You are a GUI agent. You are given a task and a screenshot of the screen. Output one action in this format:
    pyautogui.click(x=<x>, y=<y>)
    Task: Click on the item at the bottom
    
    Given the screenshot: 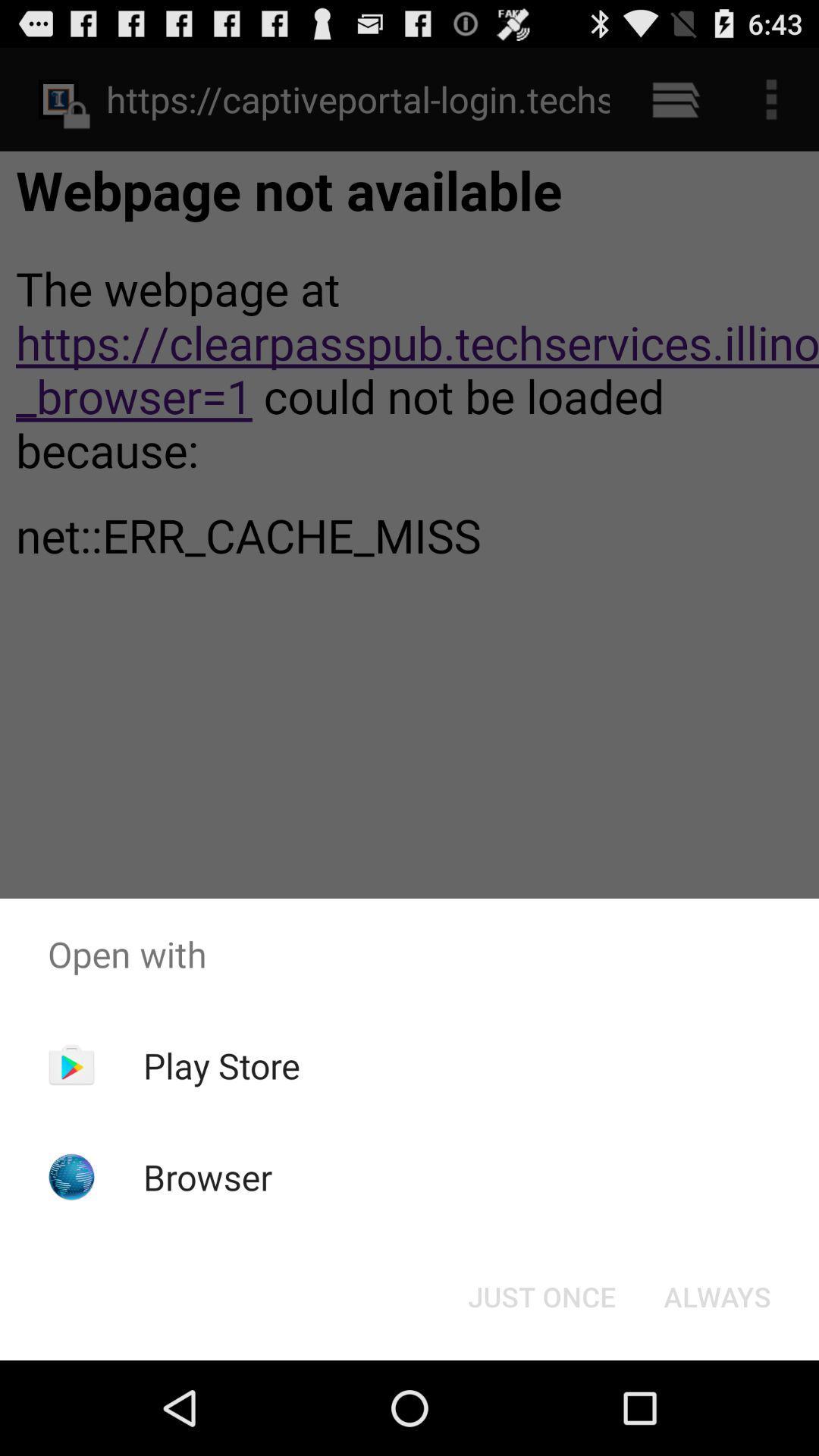 What is the action you would take?
    pyautogui.click(x=541, y=1295)
    